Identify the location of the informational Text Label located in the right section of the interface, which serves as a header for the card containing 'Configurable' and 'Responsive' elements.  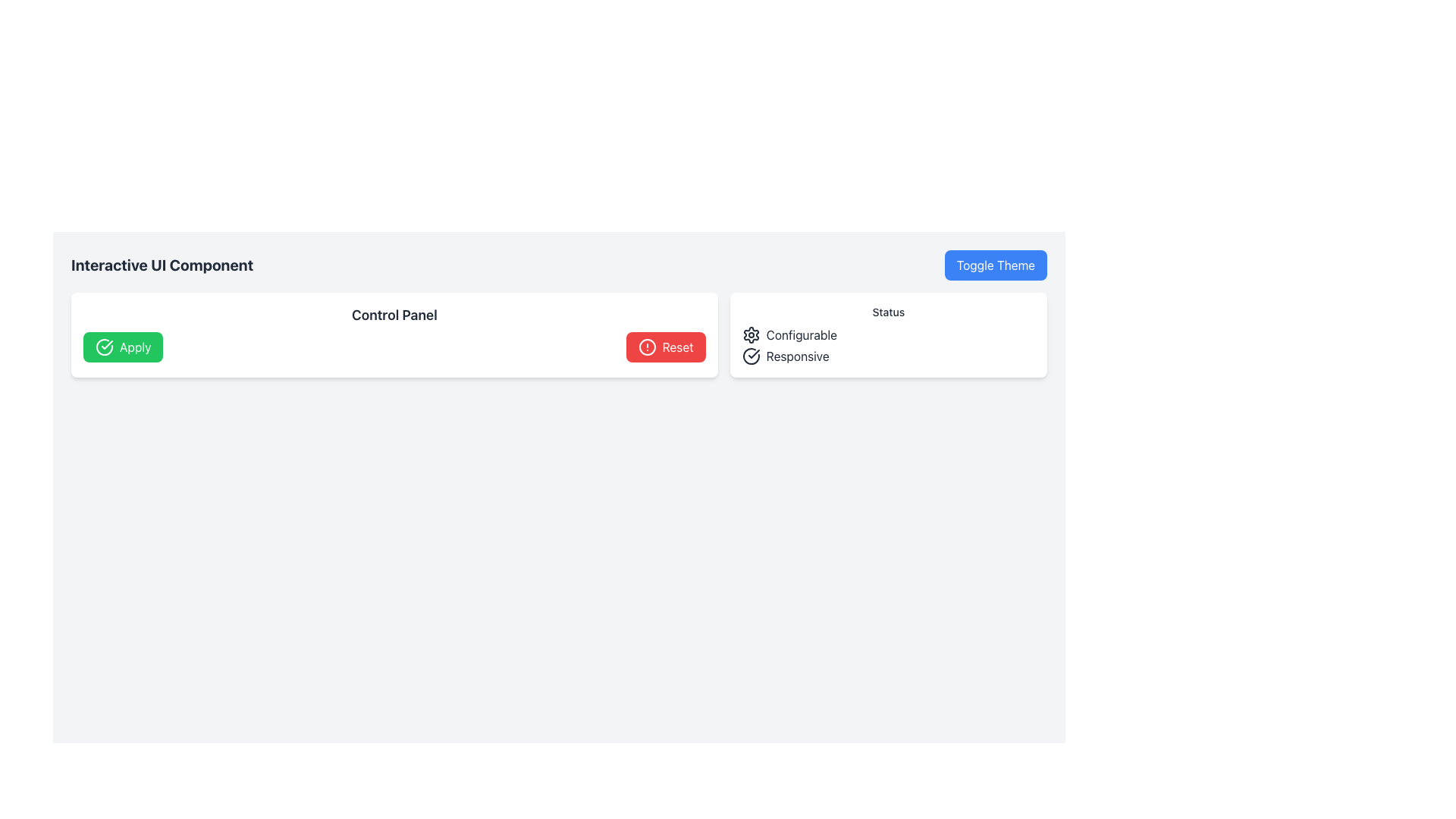
(888, 312).